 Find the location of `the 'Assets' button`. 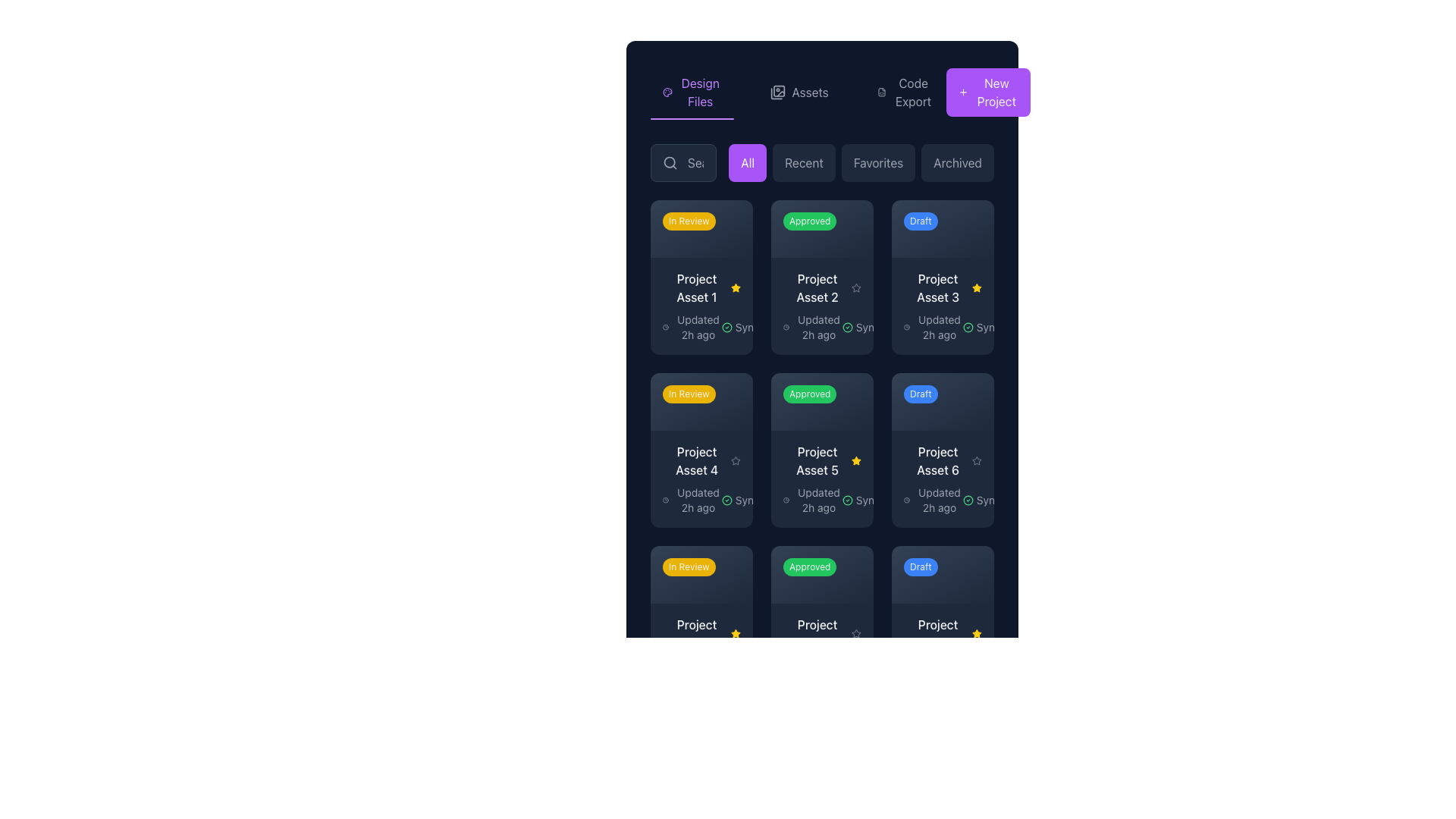

the 'Assets' button is located at coordinates (821, 93).